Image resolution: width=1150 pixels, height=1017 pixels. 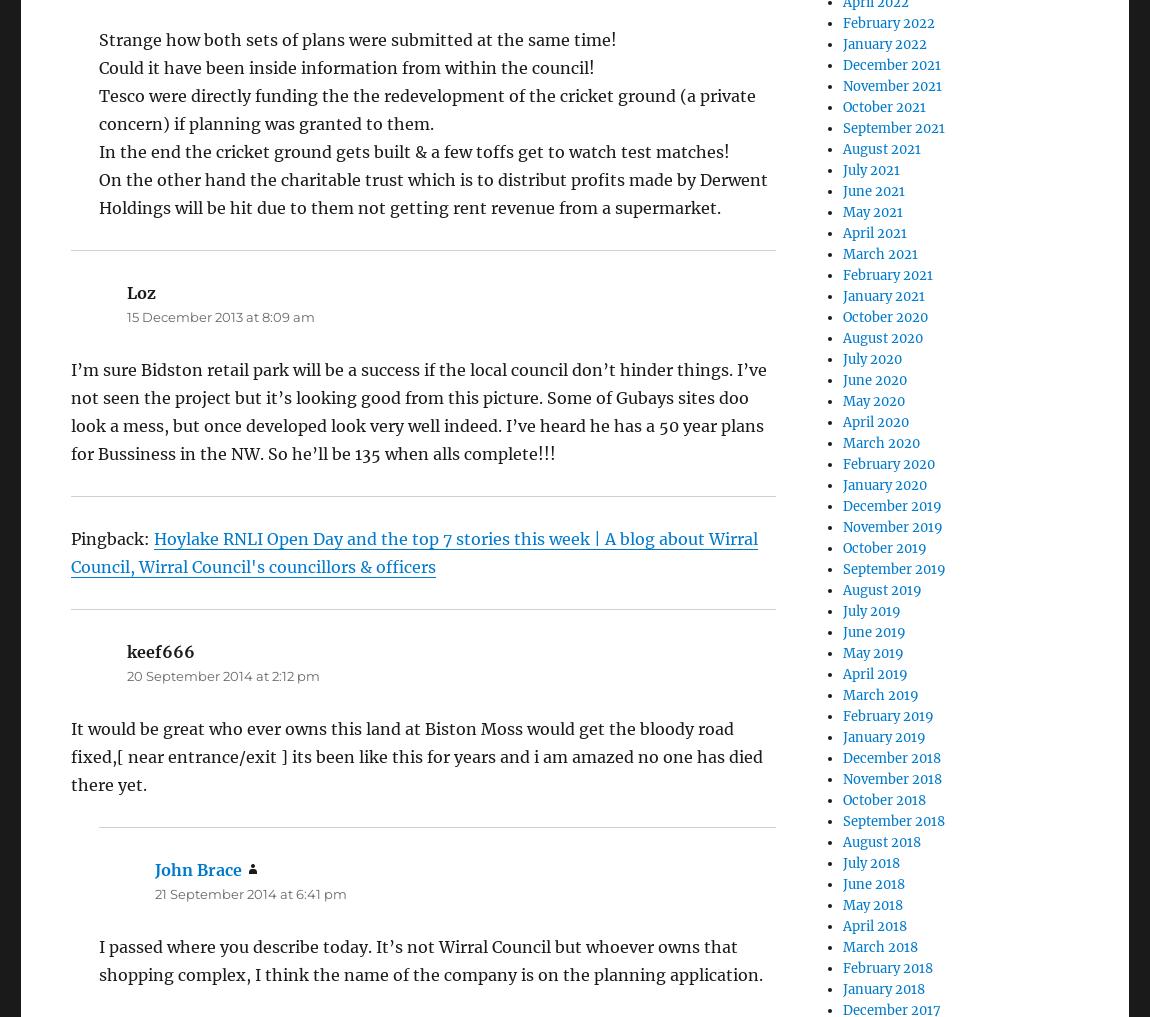 What do you see at coordinates (418, 411) in the screenshot?
I see `'I’m sure Bidston retail park will be a success if the local council don’t hinder things. I’ve not seen the project but it’s looking good from this picture. Some of Gubays sites doo look a mess, but once developed look very well indeed. I’ve heard he has a 50 year plans for Bussiness in the NW. So he’ll be 135 when alls complete!!!'` at bounding box center [418, 411].